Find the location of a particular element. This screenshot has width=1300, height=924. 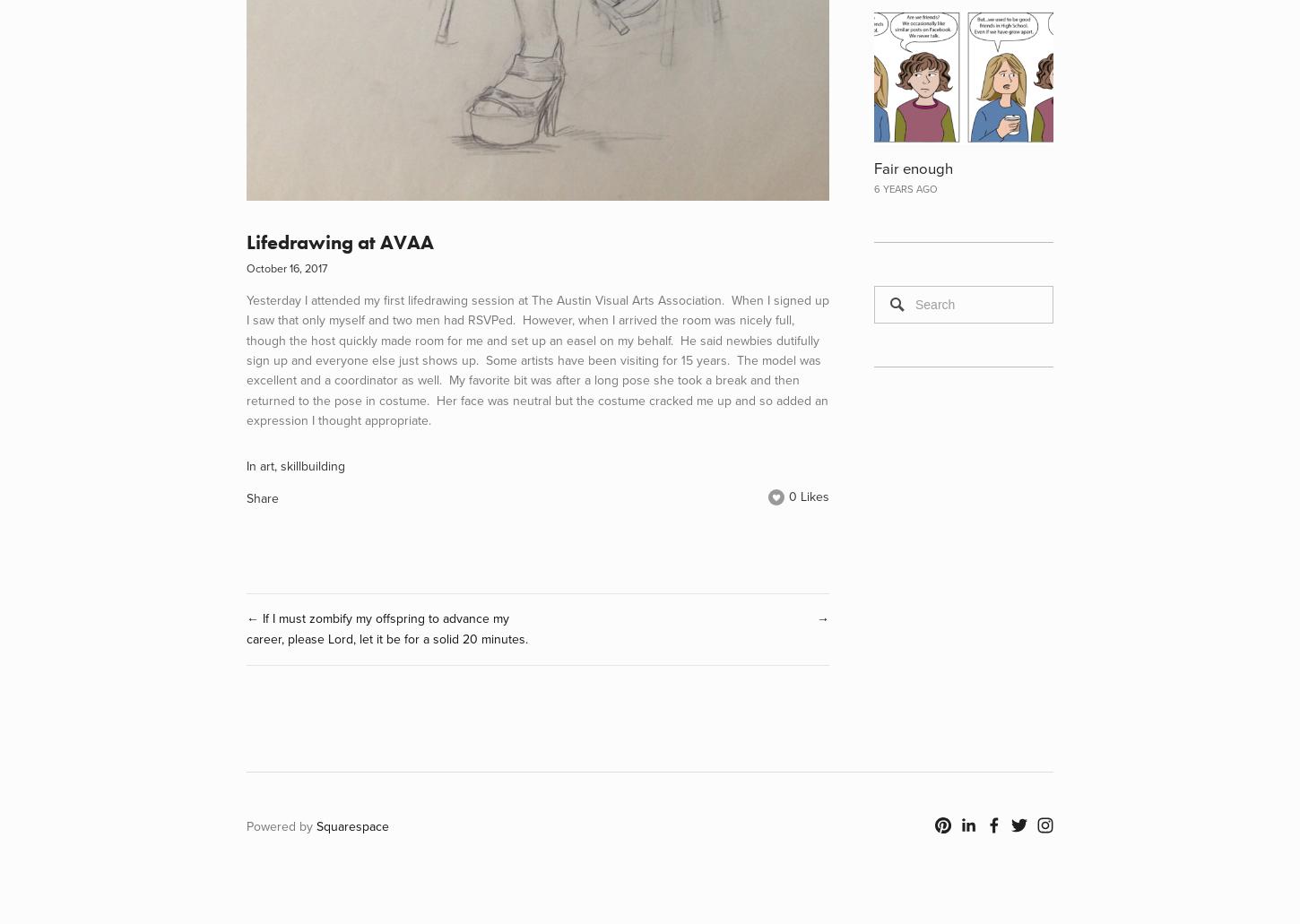

'6 years ago' is located at coordinates (906, 188).